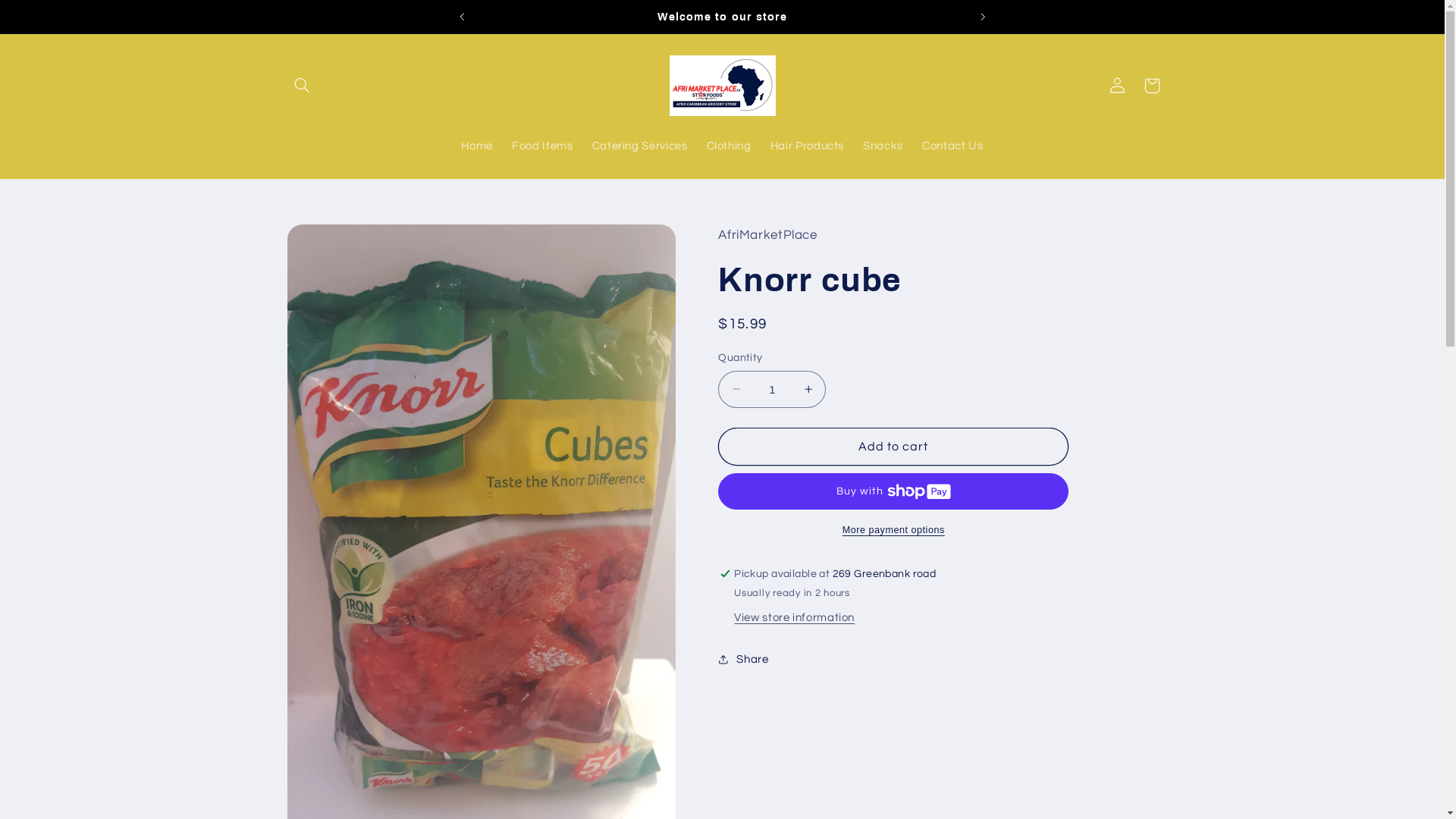 This screenshot has width=1456, height=819. What do you see at coordinates (728, 146) in the screenshot?
I see `'Clothing'` at bounding box center [728, 146].